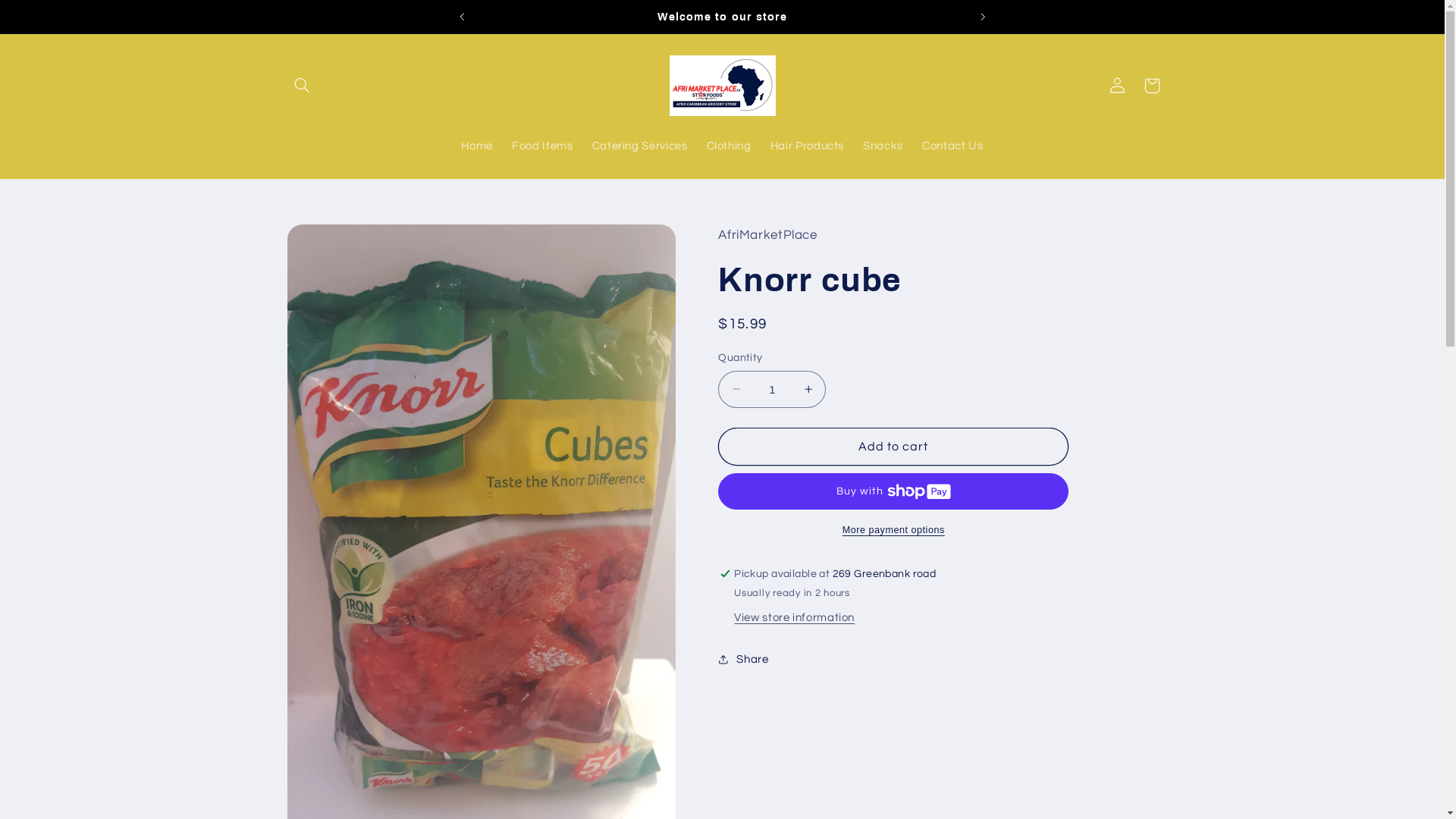 This screenshot has width=1456, height=819. What do you see at coordinates (728, 146) in the screenshot?
I see `'Clothing'` at bounding box center [728, 146].